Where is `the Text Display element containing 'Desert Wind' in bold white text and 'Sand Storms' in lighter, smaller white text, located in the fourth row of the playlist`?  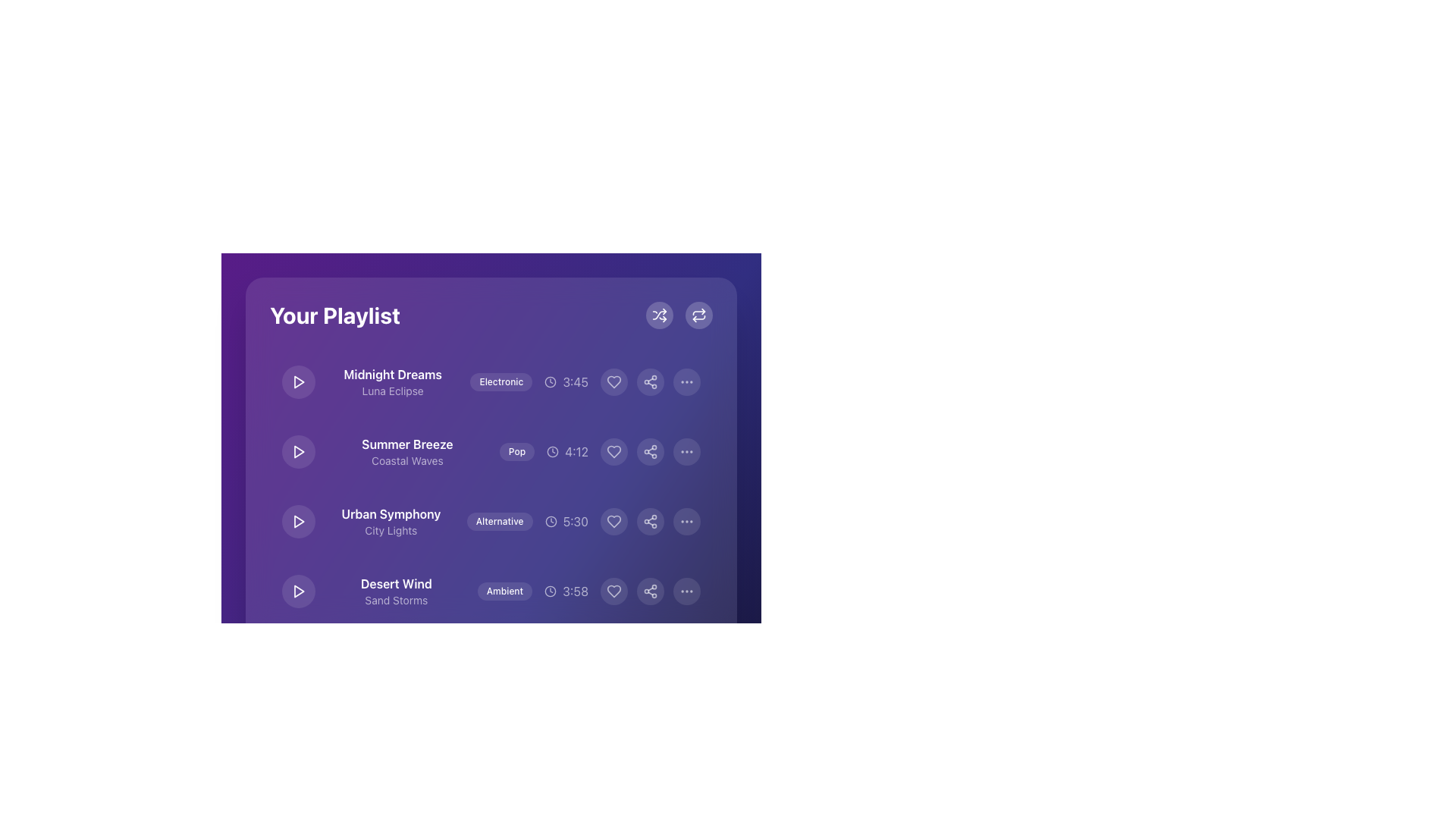
the Text Display element containing 'Desert Wind' in bold white text and 'Sand Storms' in lighter, smaller white text, located in the fourth row of the playlist is located at coordinates (396, 590).